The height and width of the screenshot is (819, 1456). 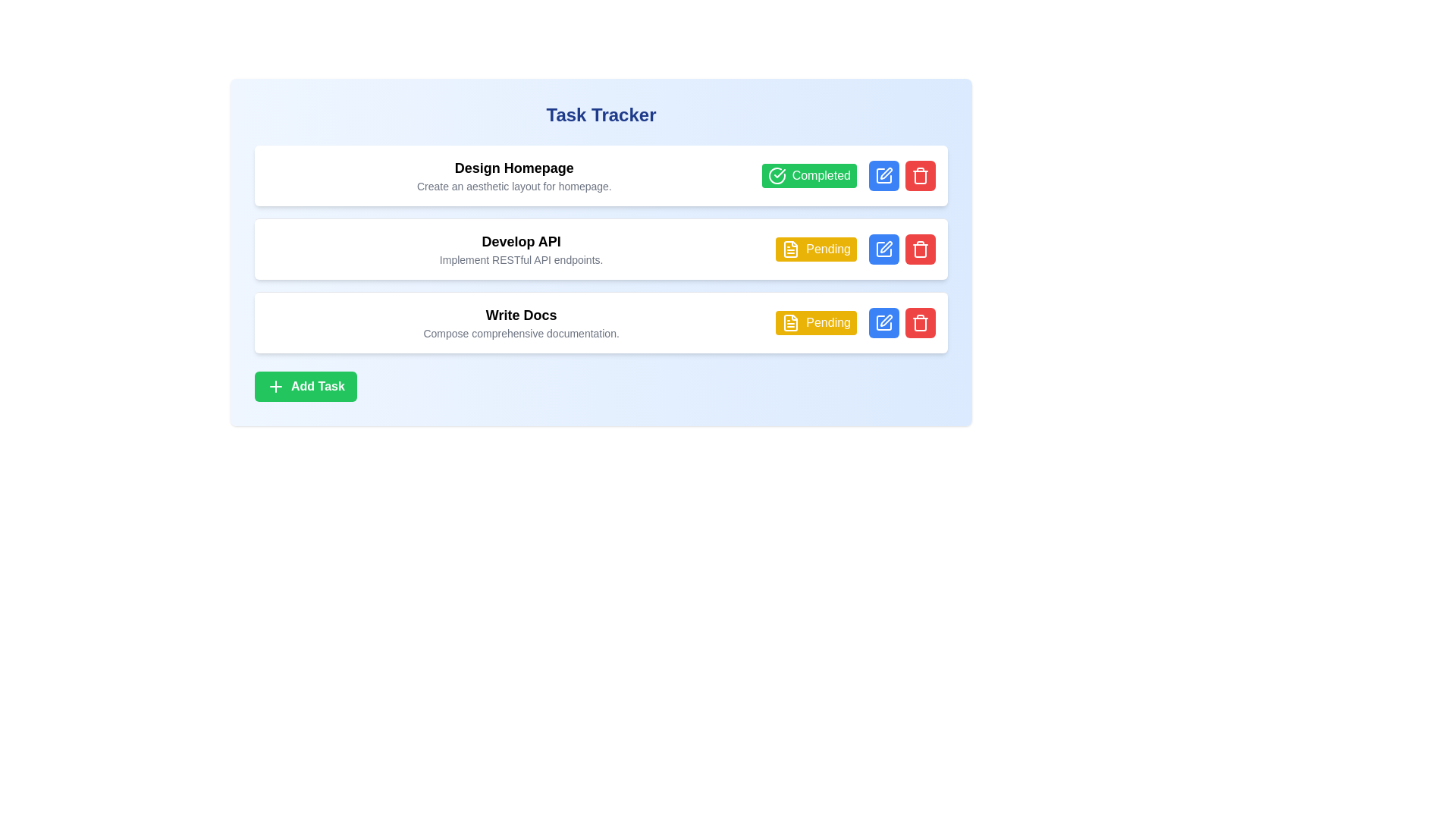 What do you see at coordinates (815, 248) in the screenshot?
I see `the Status Indicator Label, which is a rectangular yellow button with rounded corners containing a document icon and the text 'Pending'. It is located in the rightmost section of the 'Develop API' task row` at bounding box center [815, 248].